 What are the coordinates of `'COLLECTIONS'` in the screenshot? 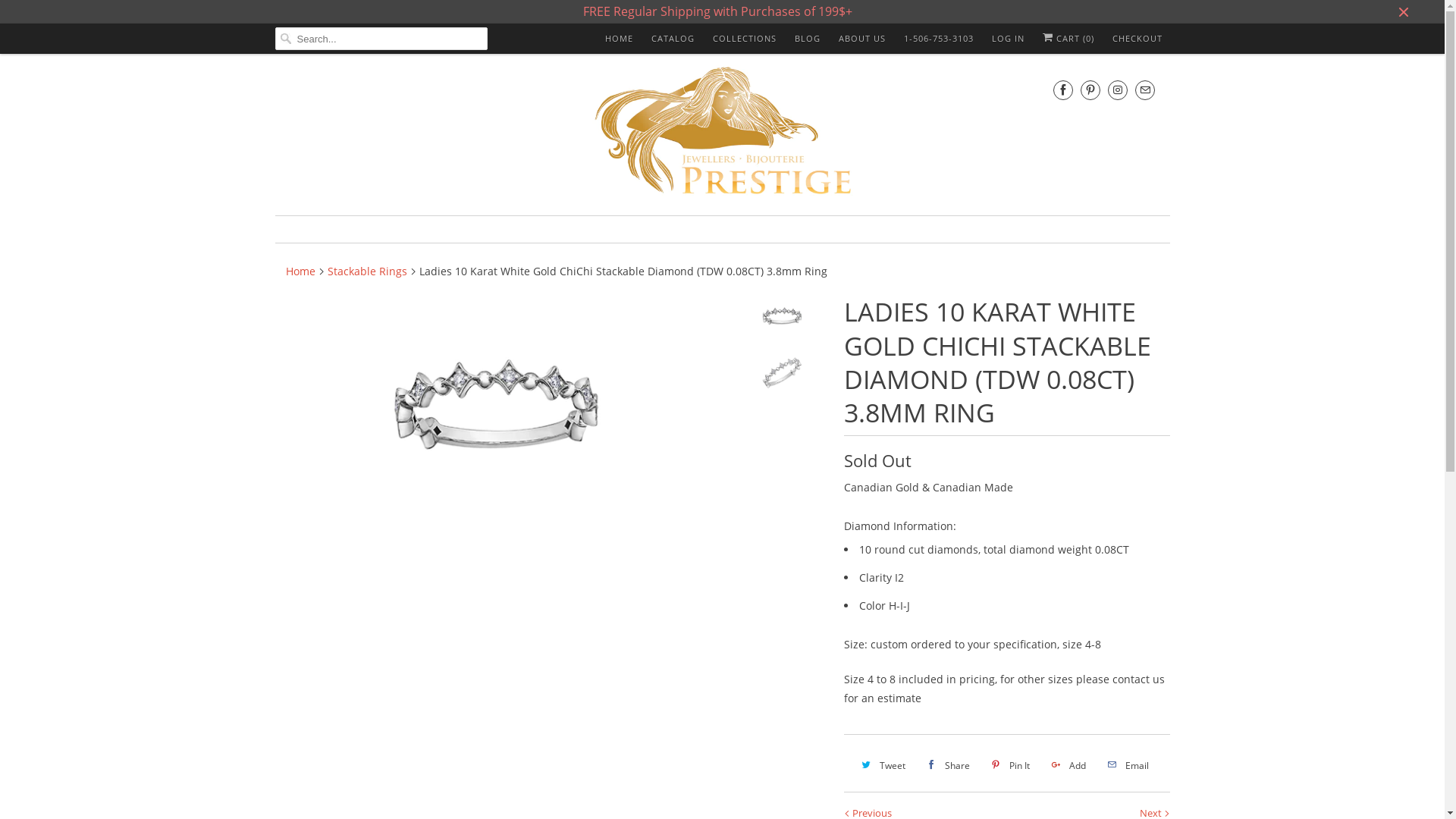 It's located at (745, 37).